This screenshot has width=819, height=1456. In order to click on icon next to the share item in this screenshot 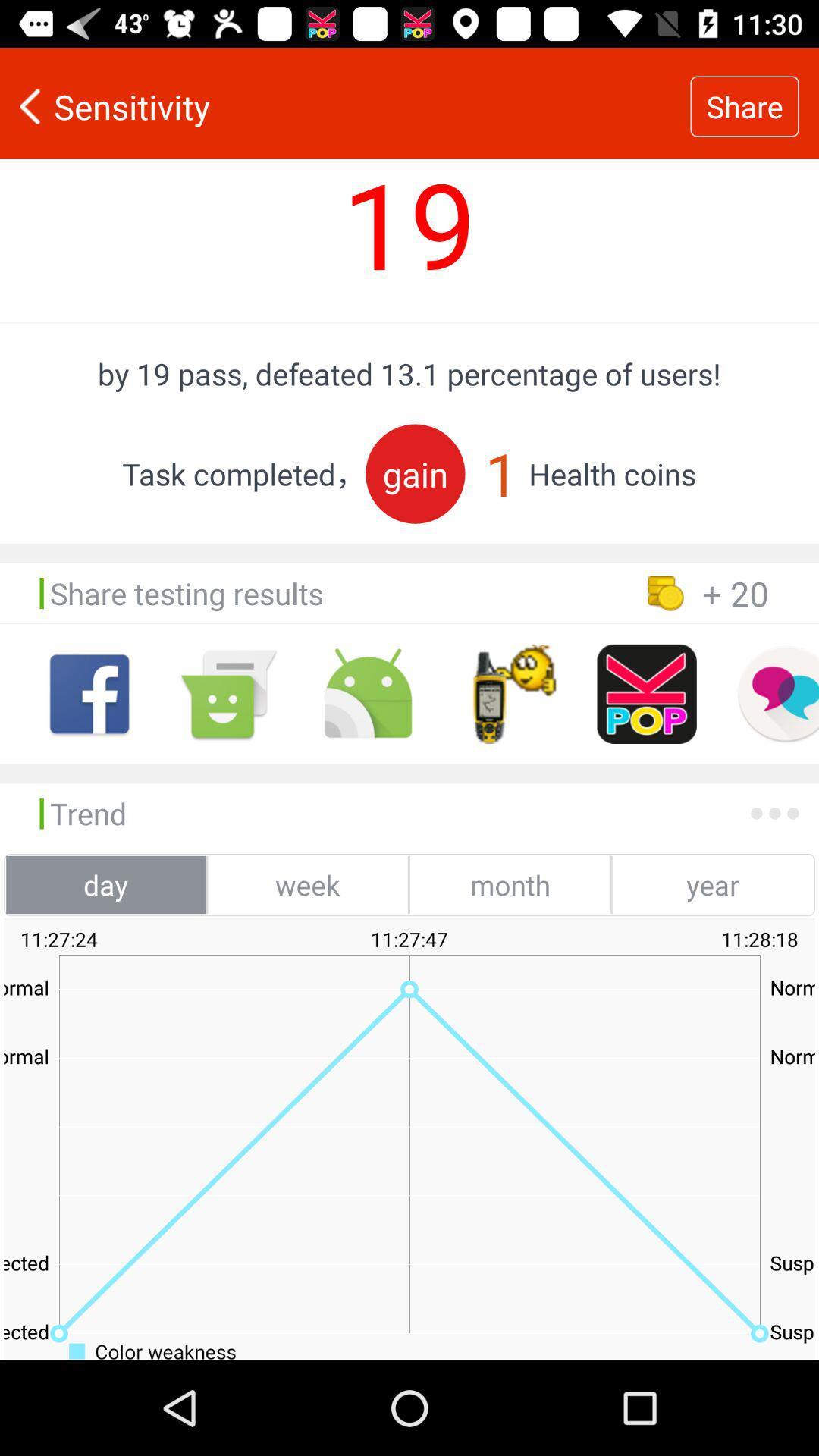, I will do `click(345, 105)`.